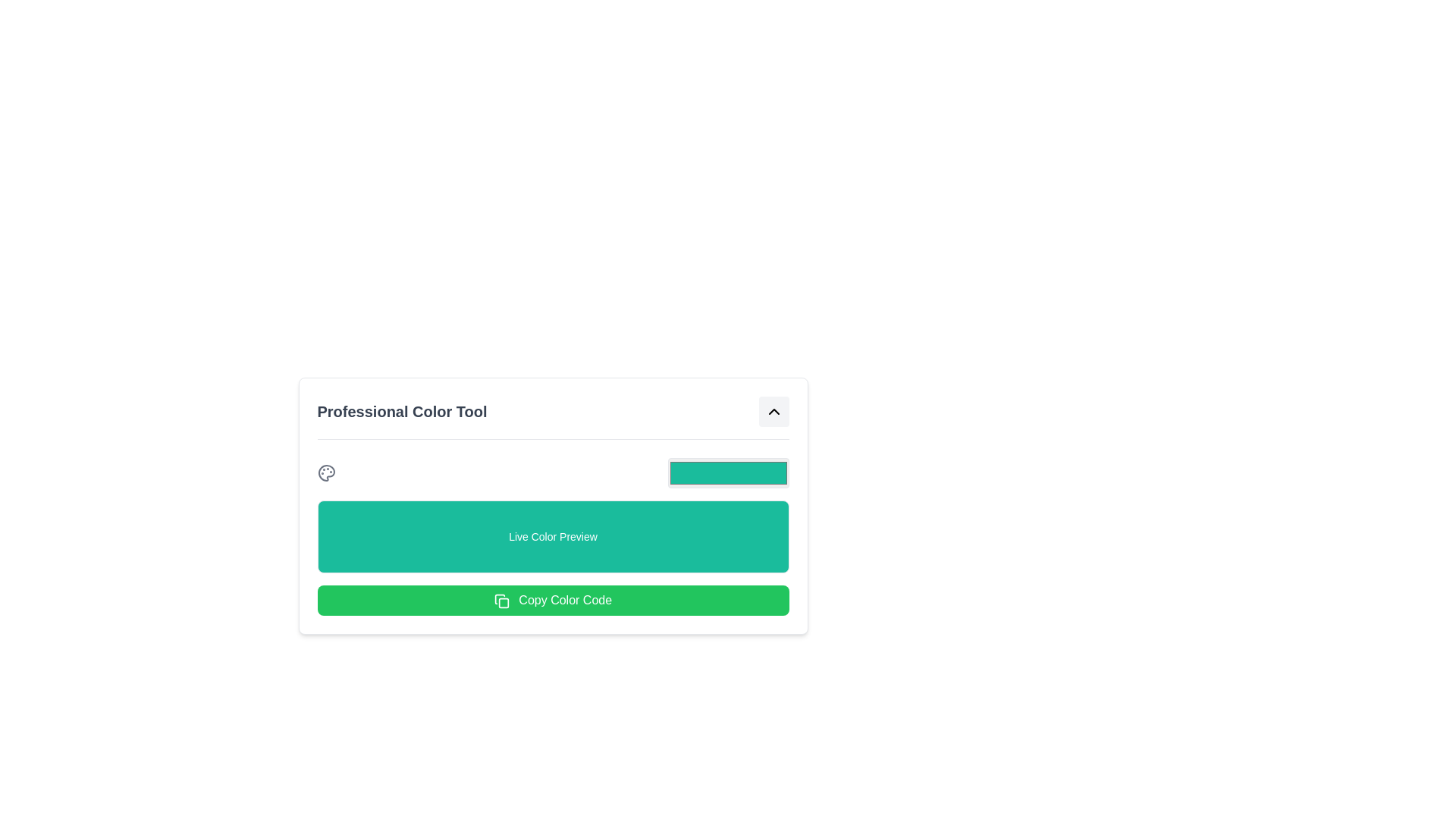 This screenshot has width=1456, height=819. Describe the element at coordinates (552, 536) in the screenshot. I see `text from the 'Live Color Preview' label which is displayed in white bold font within the green rectangular section of the professional color tool interface` at that location.